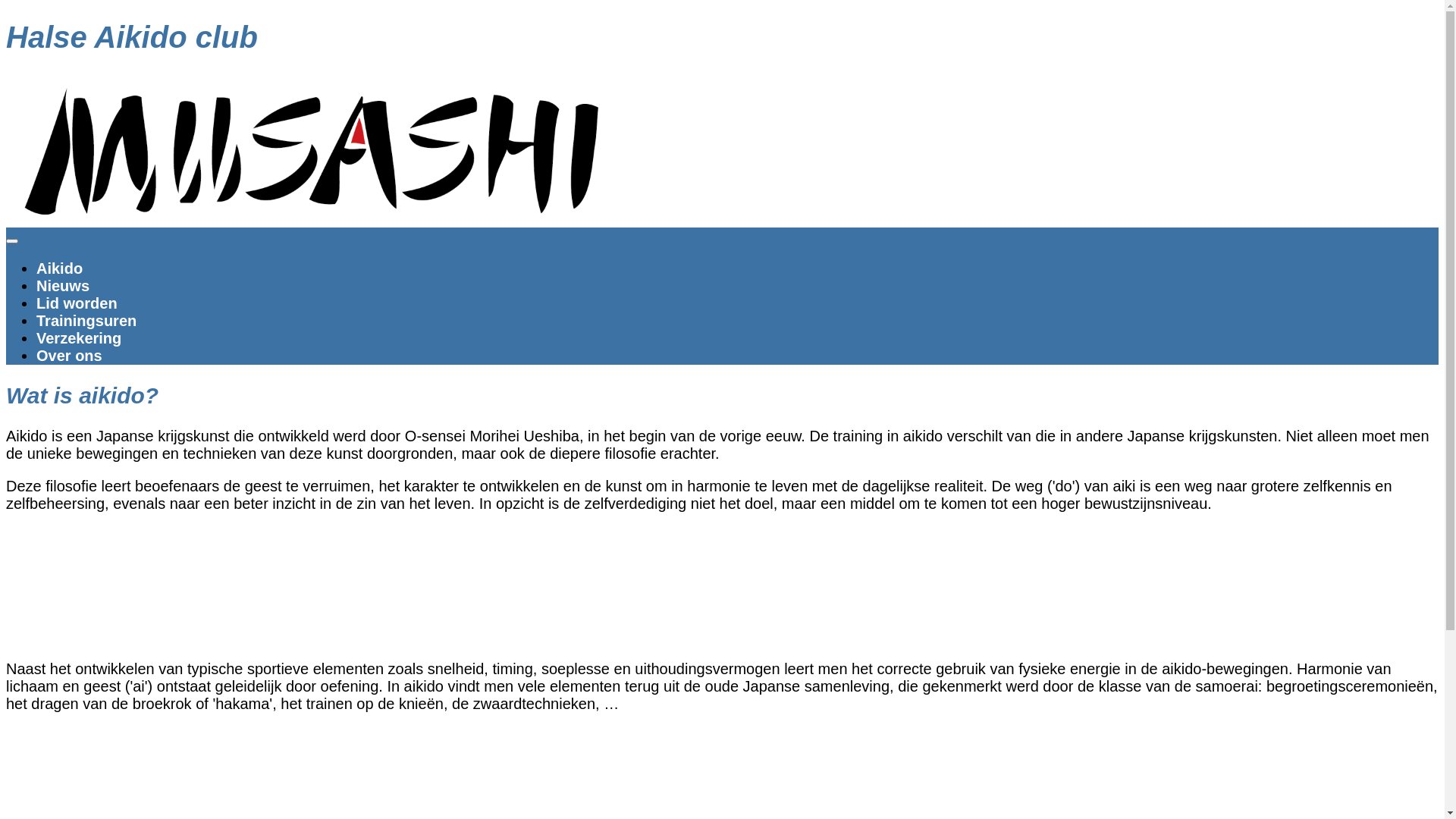 Image resolution: width=1456 pixels, height=819 pixels. I want to click on 'Aikido', so click(59, 268).